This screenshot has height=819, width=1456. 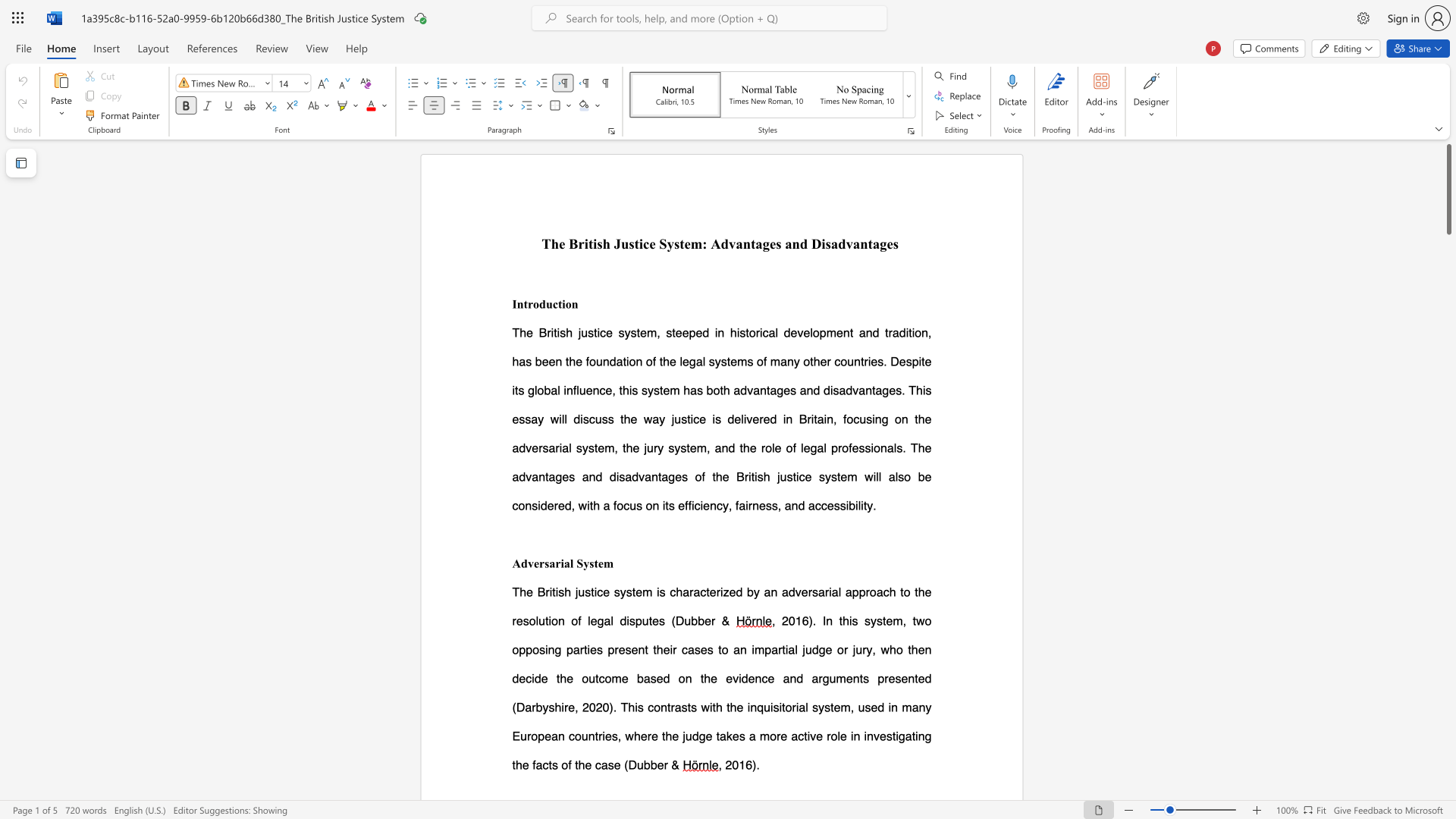 What do you see at coordinates (523, 304) in the screenshot?
I see `the subset text "troduction" within the text "Introduction"` at bounding box center [523, 304].